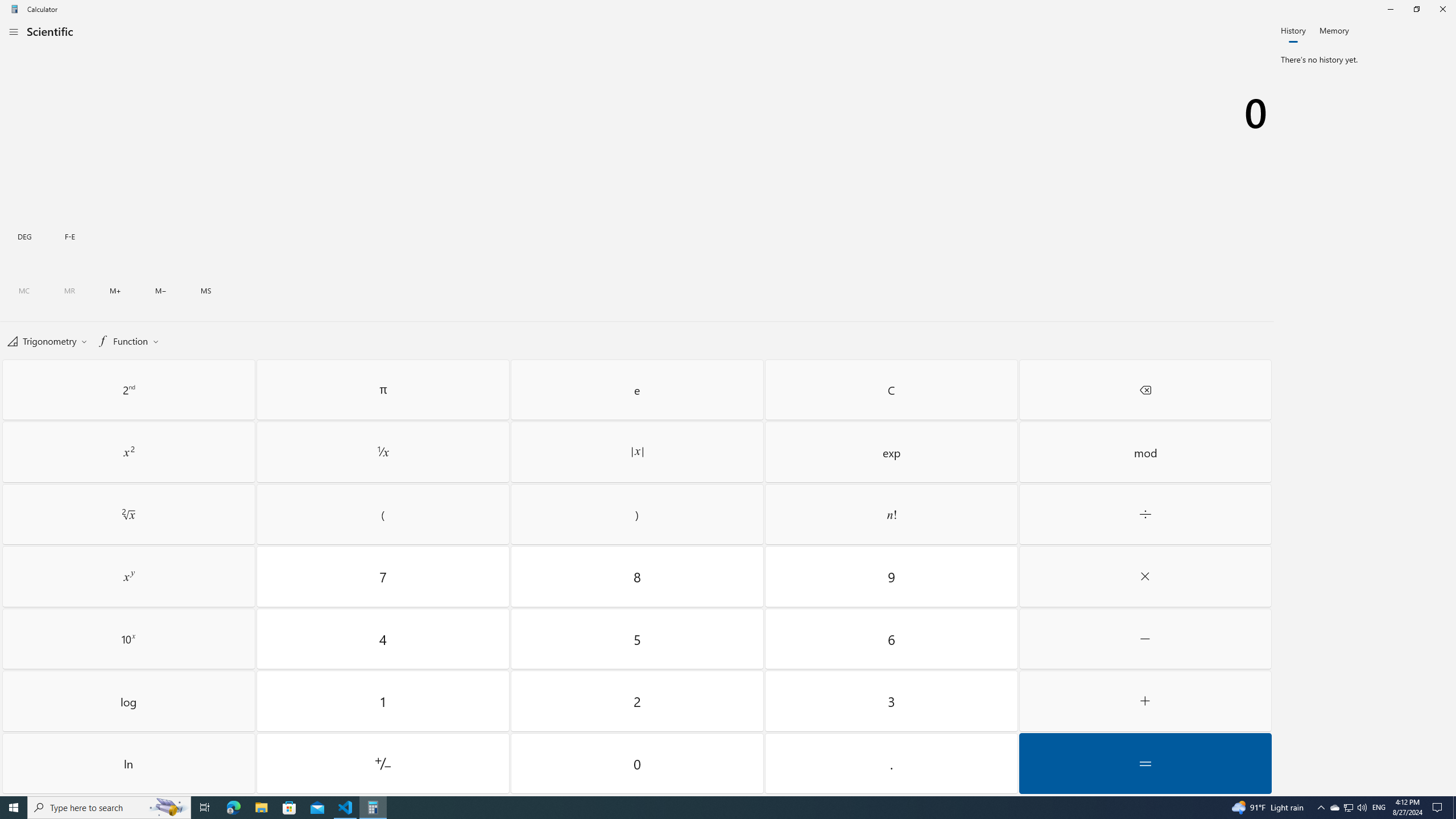  Describe the element at coordinates (1145, 452) in the screenshot. I see `'Modulo'` at that location.